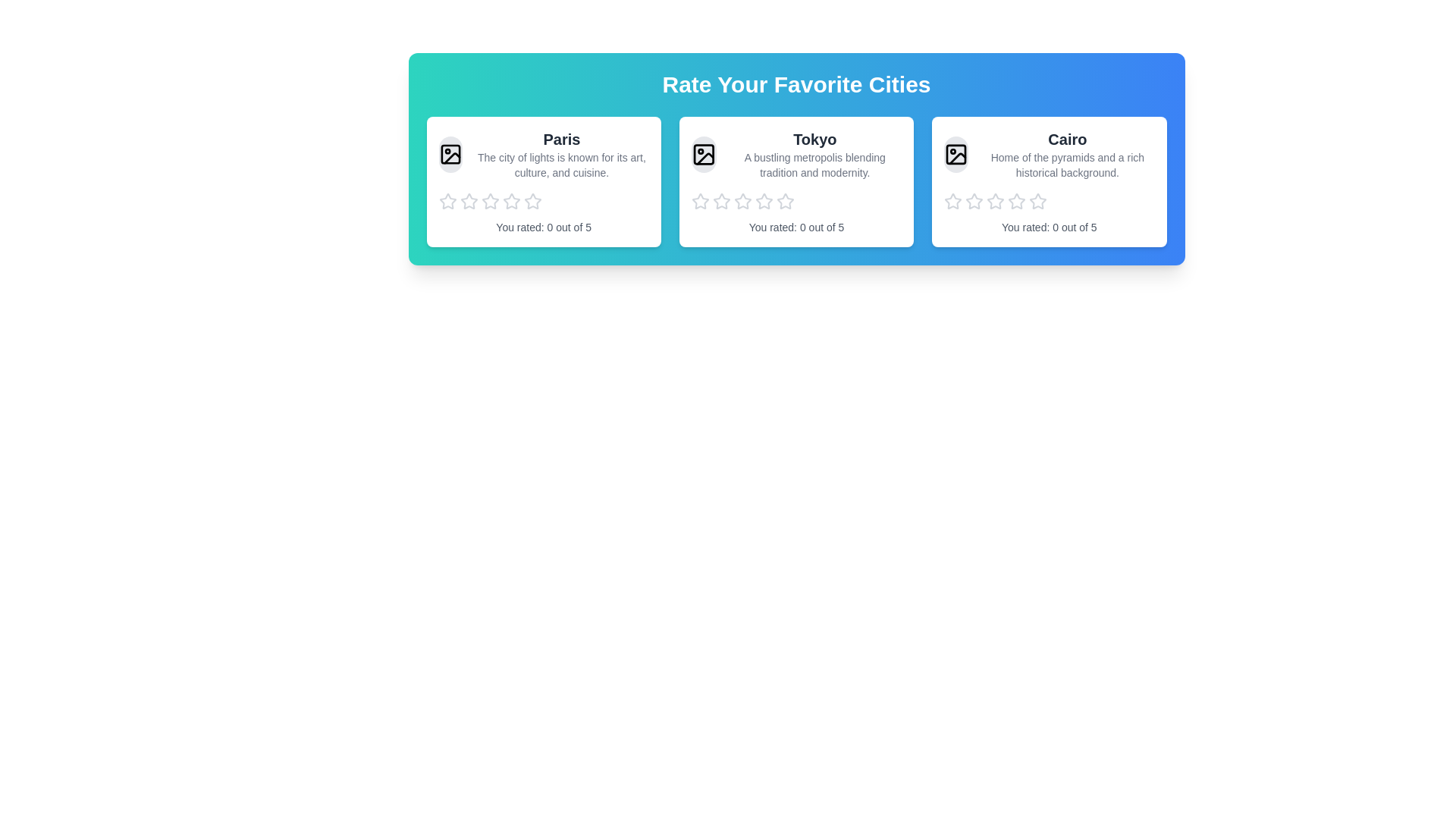 Image resolution: width=1456 pixels, height=819 pixels. I want to click on the SVG Icon located centrally within the circular icon area of the 'Tokyo' card, which is the second card in the row of cards, so click(704, 158).